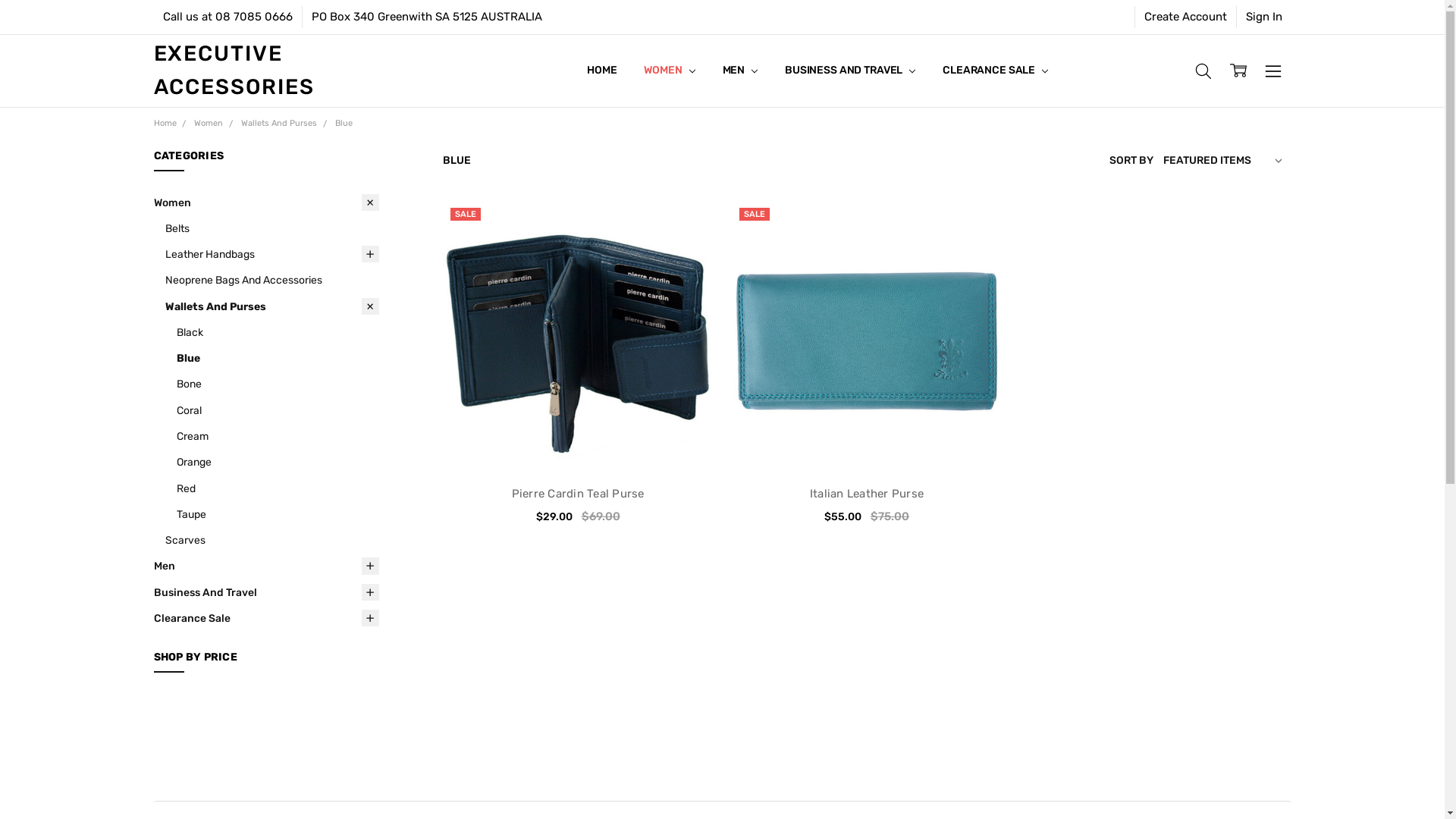  Describe the element at coordinates (175, 382) in the screenshot. I see `'Bone'` at that location.